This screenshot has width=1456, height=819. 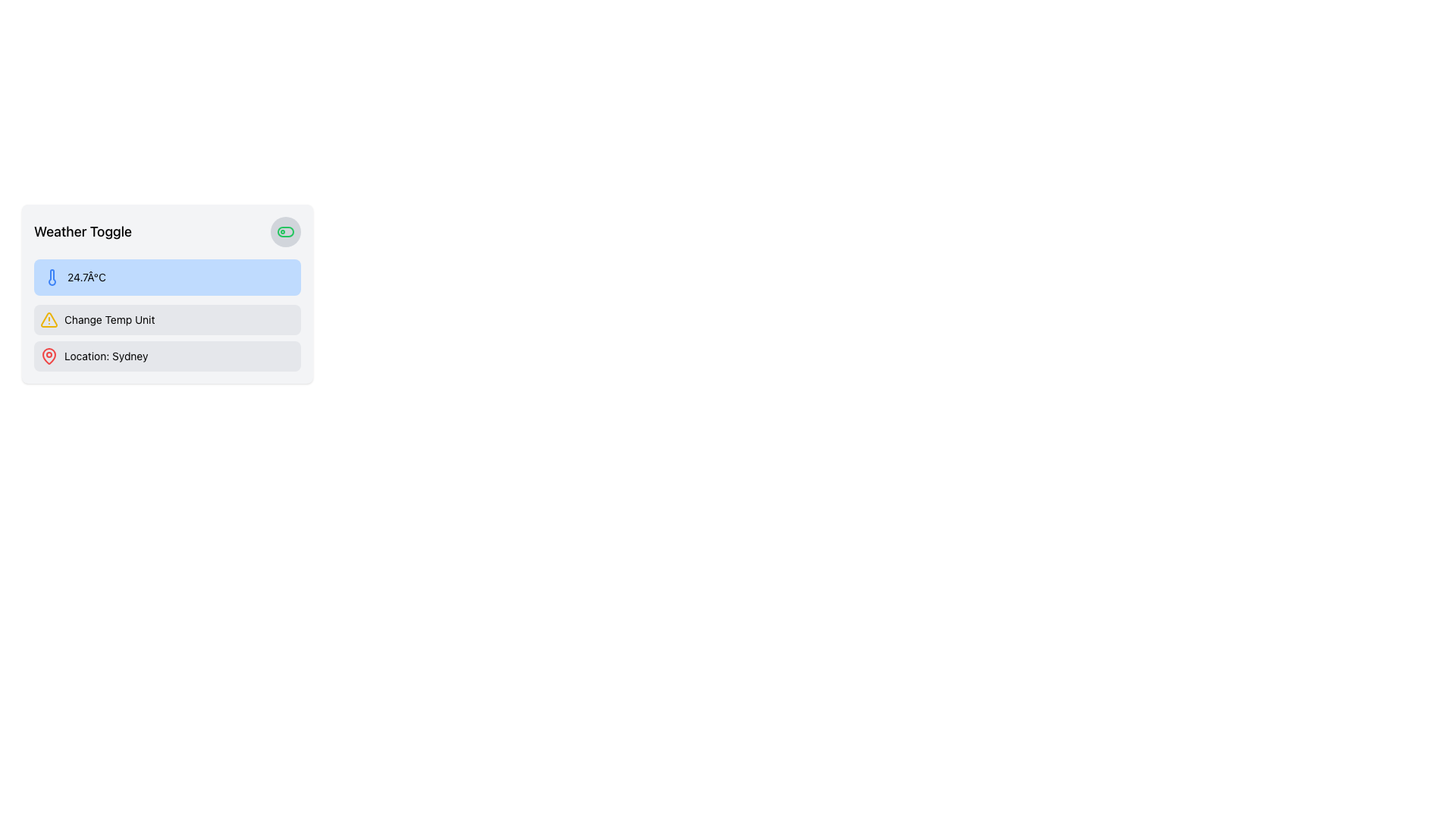 I want to click on the warning icon located to the left of the 'Change Temp Unit' text in the second row of the 'Weather Toggle' panel for more details, so click(x=49, y=318).